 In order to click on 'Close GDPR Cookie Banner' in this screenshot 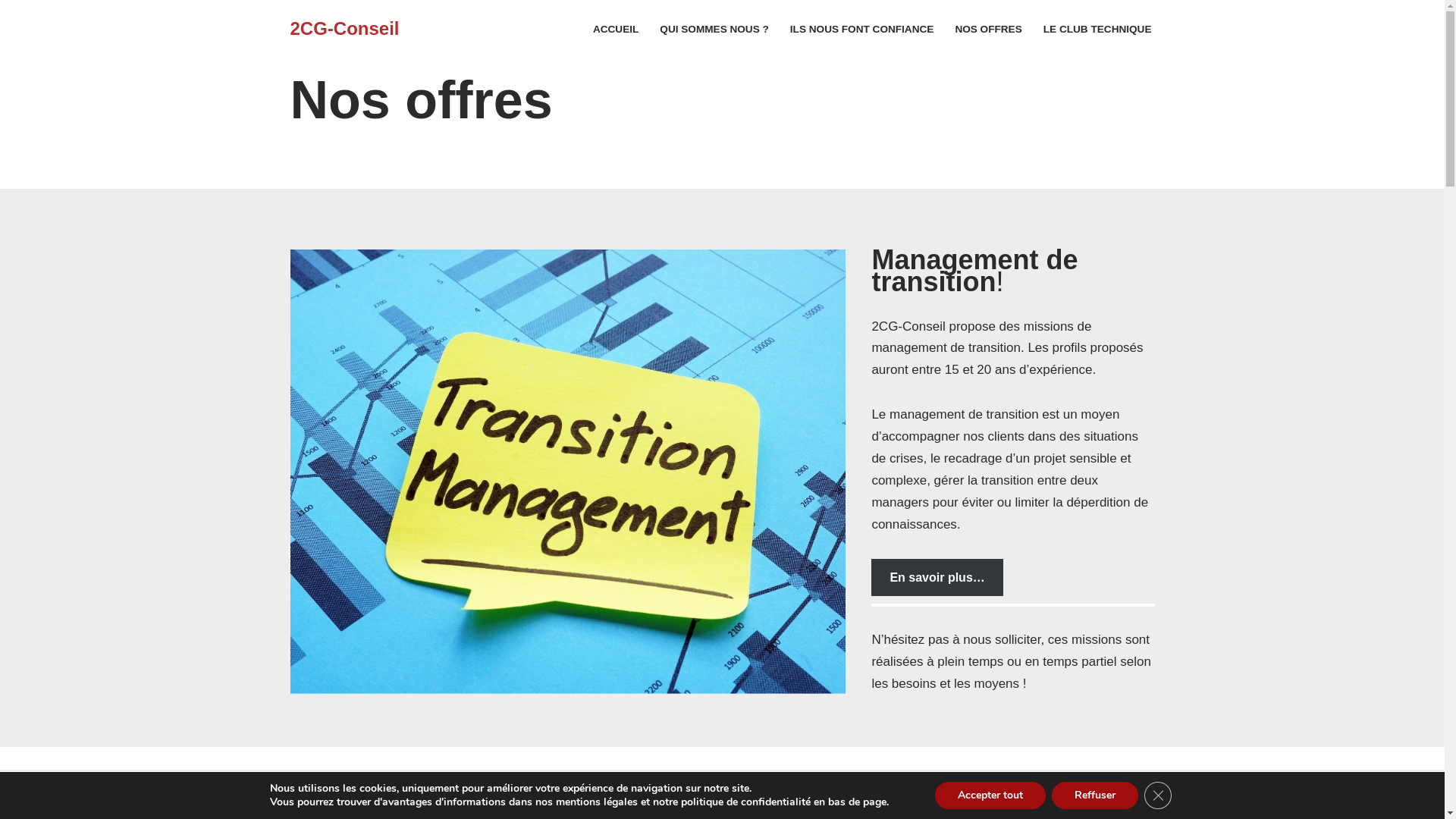, I will do `click(1156, 795)`.